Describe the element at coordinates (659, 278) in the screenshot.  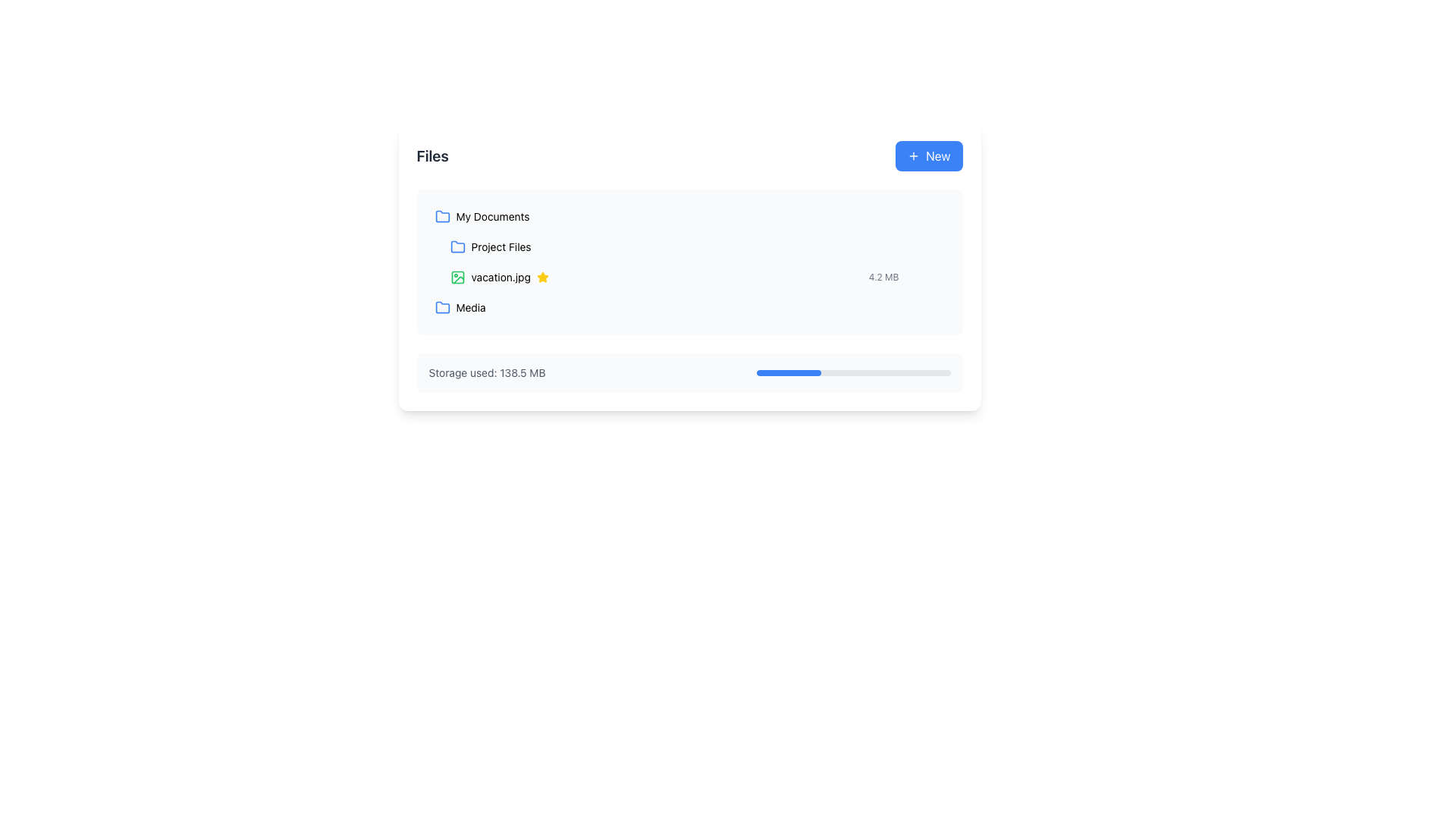
I see `the file list item representing 'vacation.jpg'` at that location.